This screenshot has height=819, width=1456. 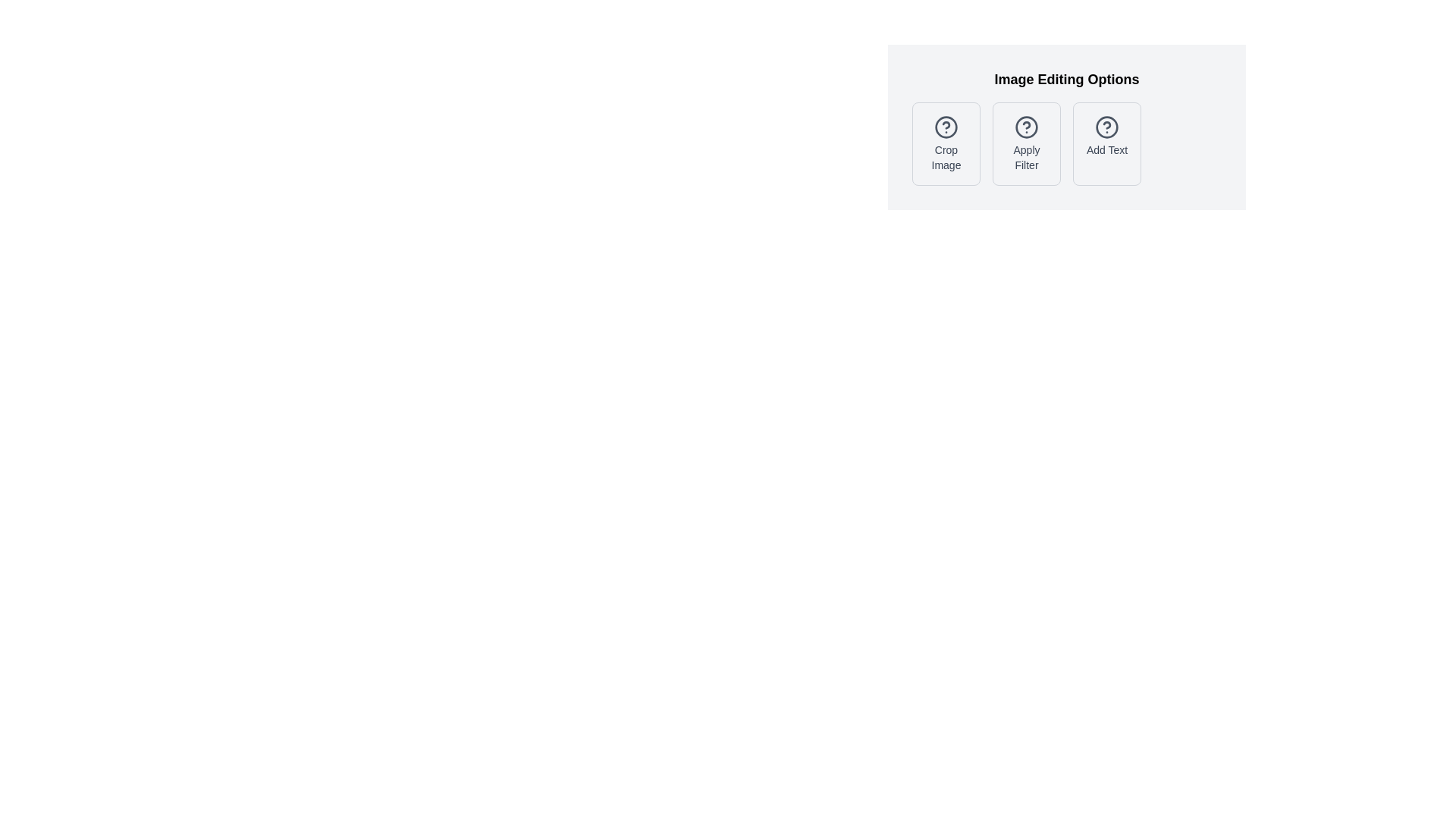 What do you see at coordinates (1026, 127) in the screenshot?
I see `the Icon that serves as a visual indicator for the Apply Filter button, located in the center-top portion of the button in the Image Editing Options section` at bounding box center [1026, 127].